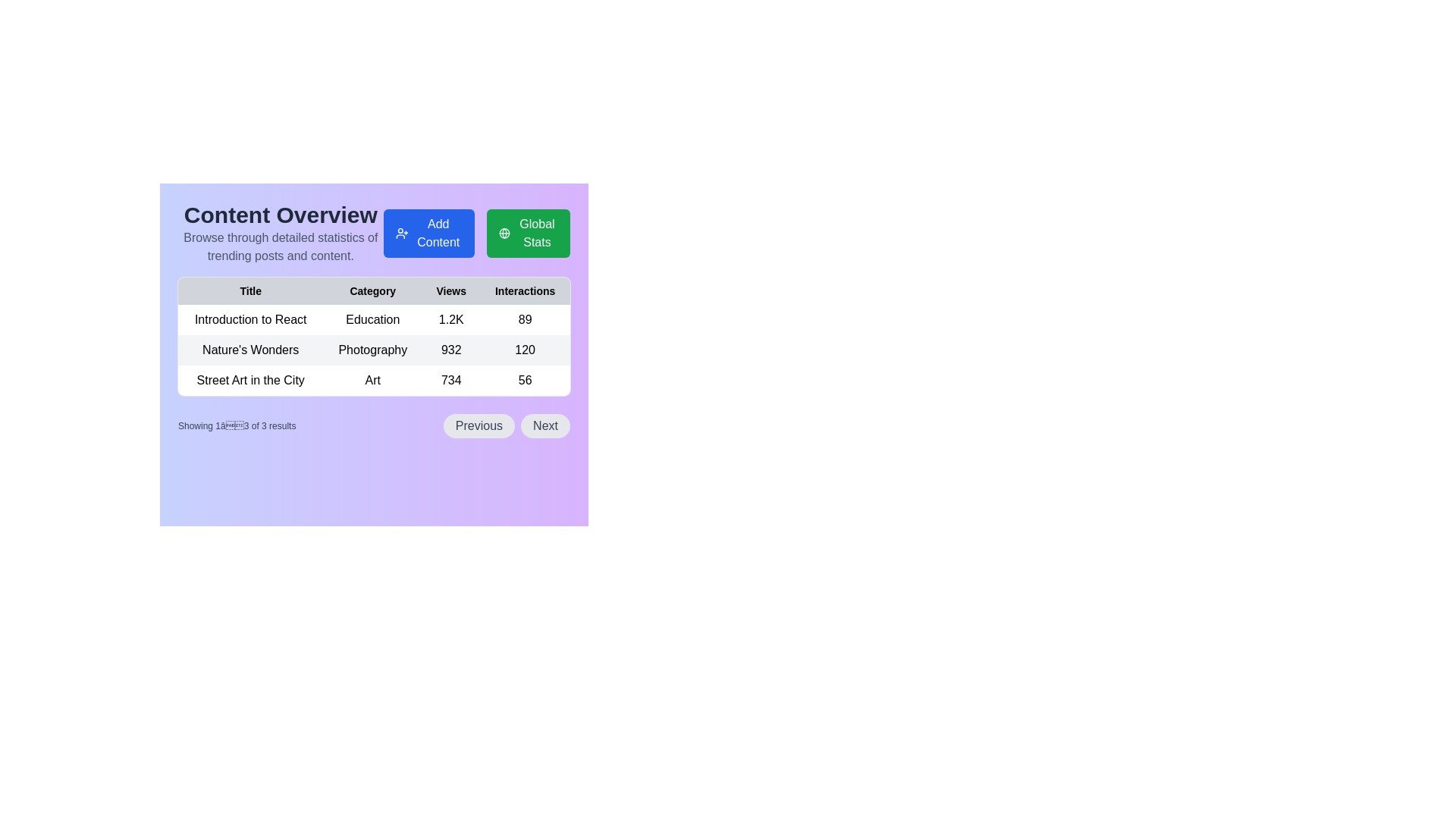  What do you see at coordinates (374, 345) in the screenshot?
I see `the second row of the data table displaying 'Nature's Wonders', 'Photography', '932', and '120'` at bounding box center [374, 345].